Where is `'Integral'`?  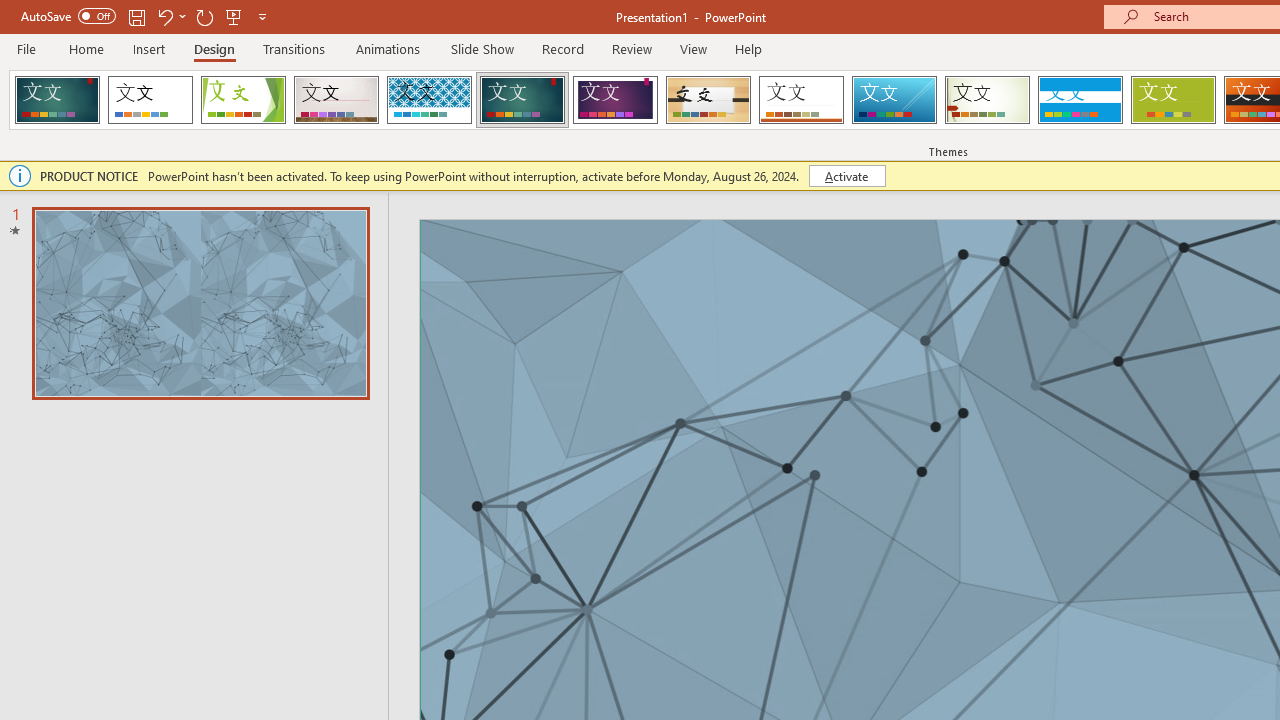 'Integral' is located at coordinates (428, 100).